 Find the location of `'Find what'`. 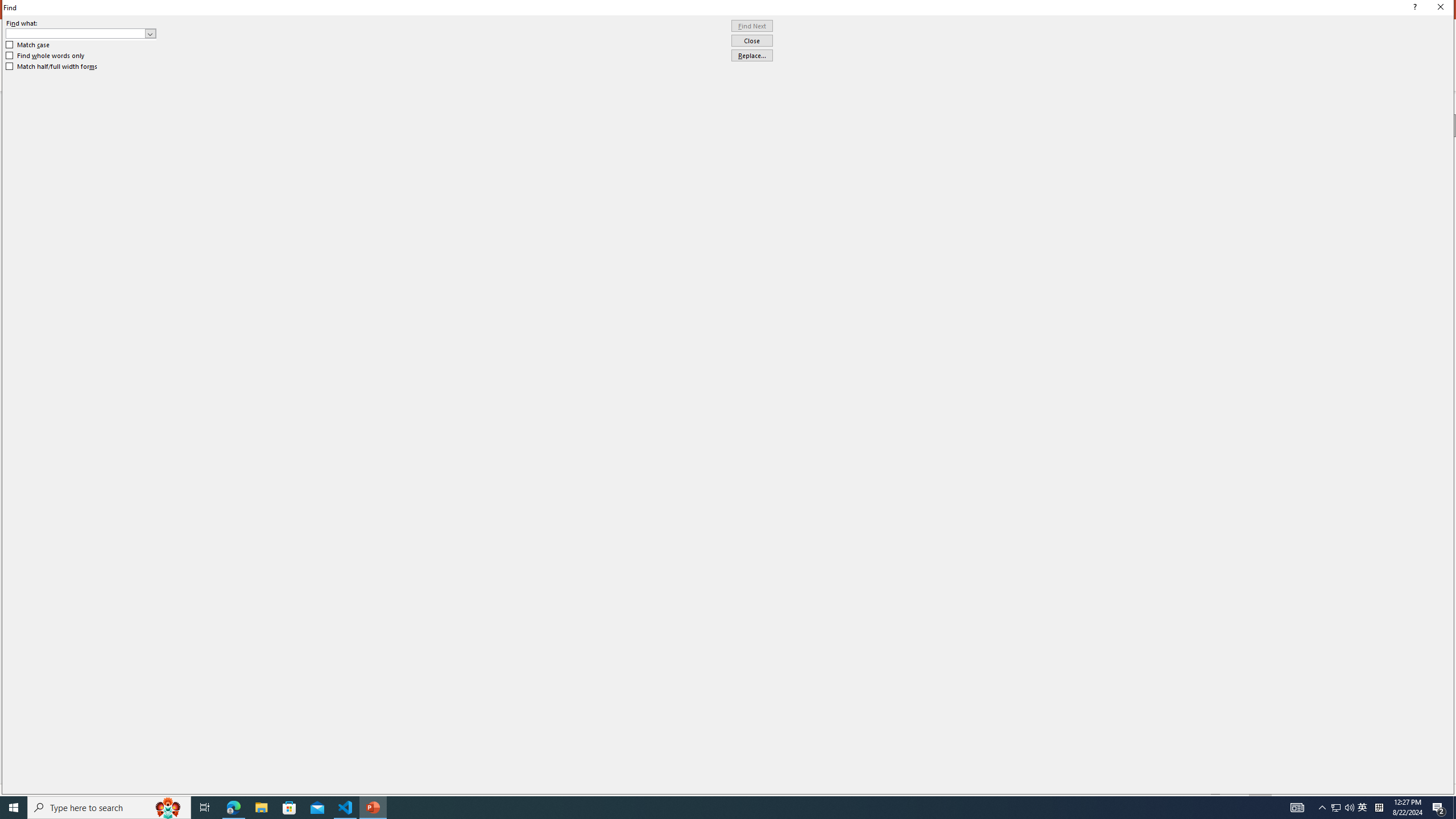

'Find what' is located at coordinates (81, 33).